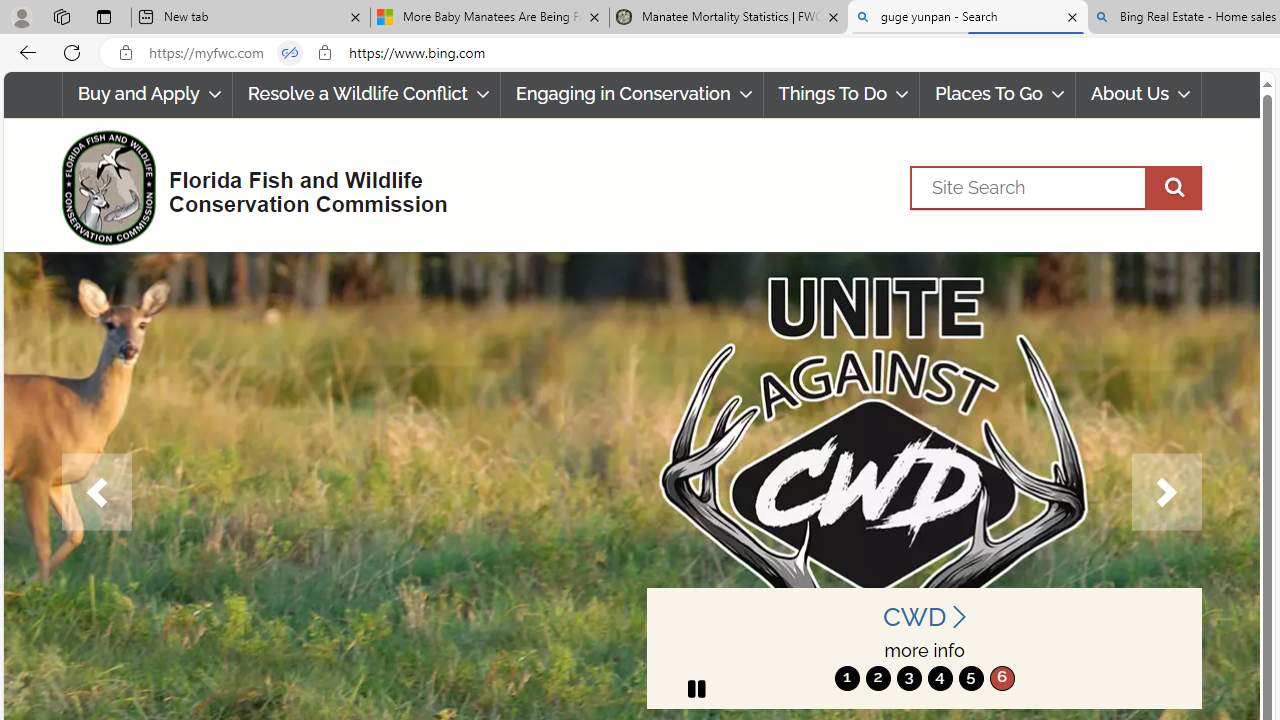 This screenshot has width=1280, height=720. I want to click on 'move to slide 4', so click(939, 677).